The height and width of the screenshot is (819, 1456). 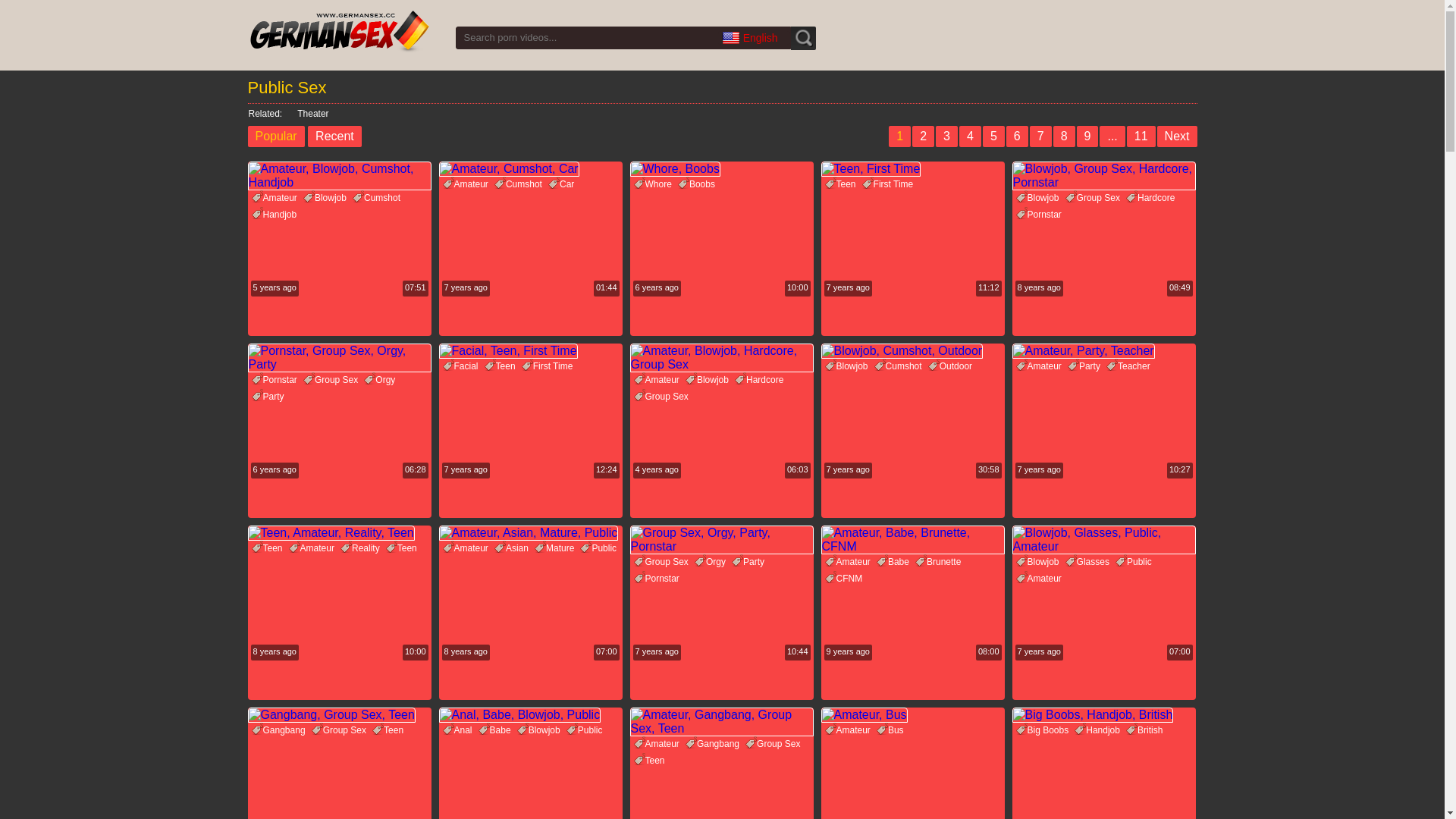 What do you see at coordinates (520, 184) in the screenshot?
I see `'Cumshot'` at bounding box center [520, 184].